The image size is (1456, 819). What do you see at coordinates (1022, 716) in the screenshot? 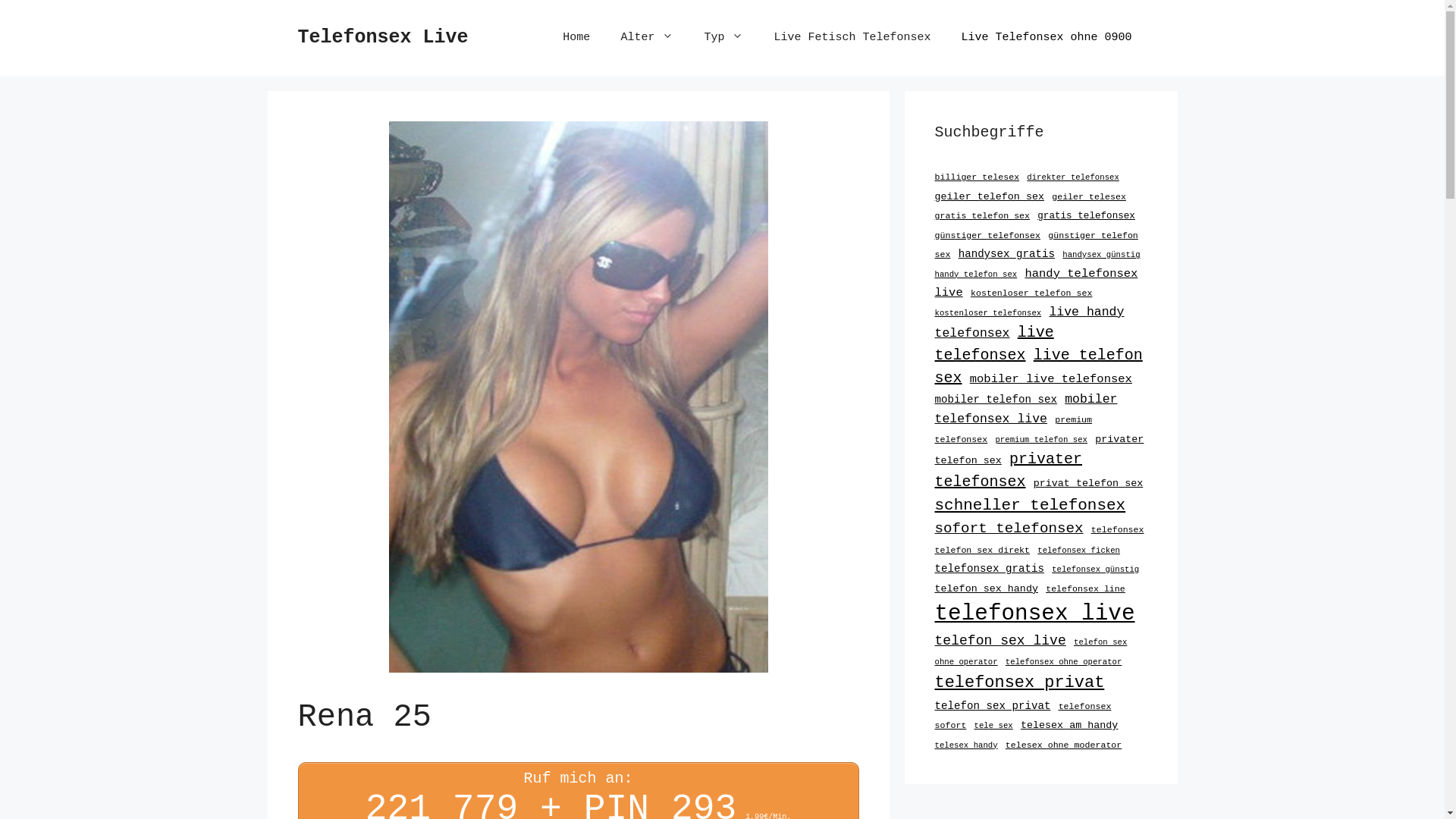
I see `'telefonsex sofort'` at bounding box center [1022, 716].